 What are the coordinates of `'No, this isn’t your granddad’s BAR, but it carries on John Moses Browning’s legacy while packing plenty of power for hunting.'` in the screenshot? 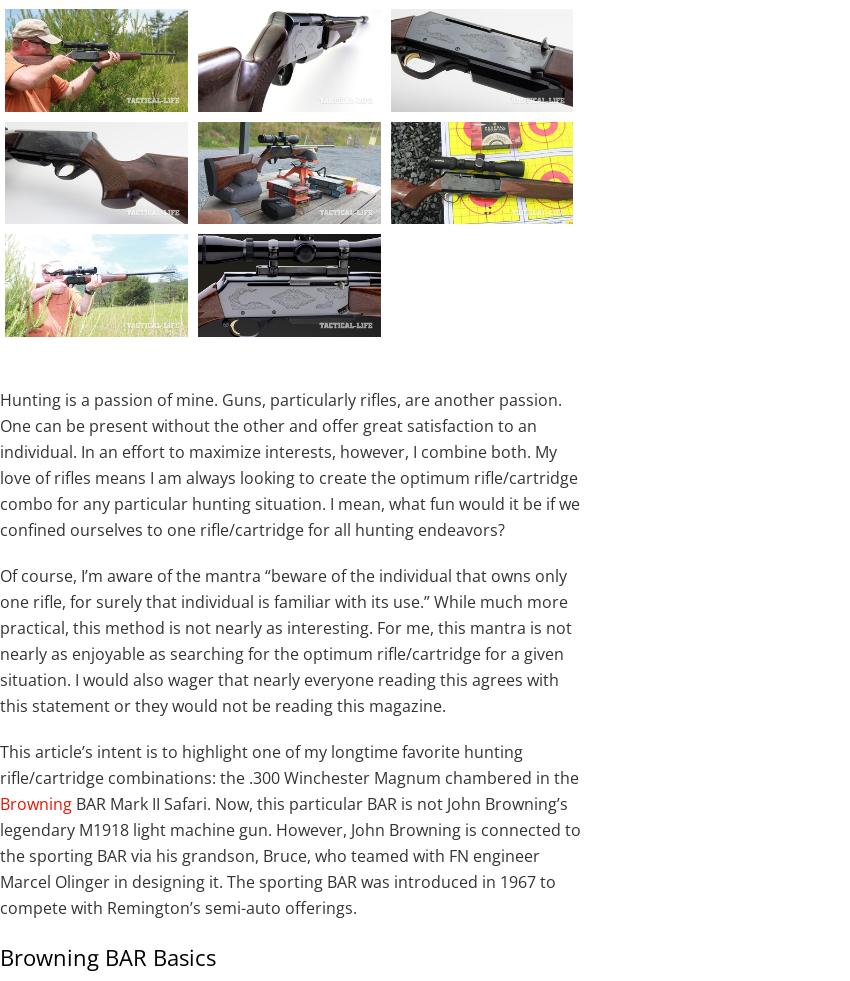 It's located at (94, 112).